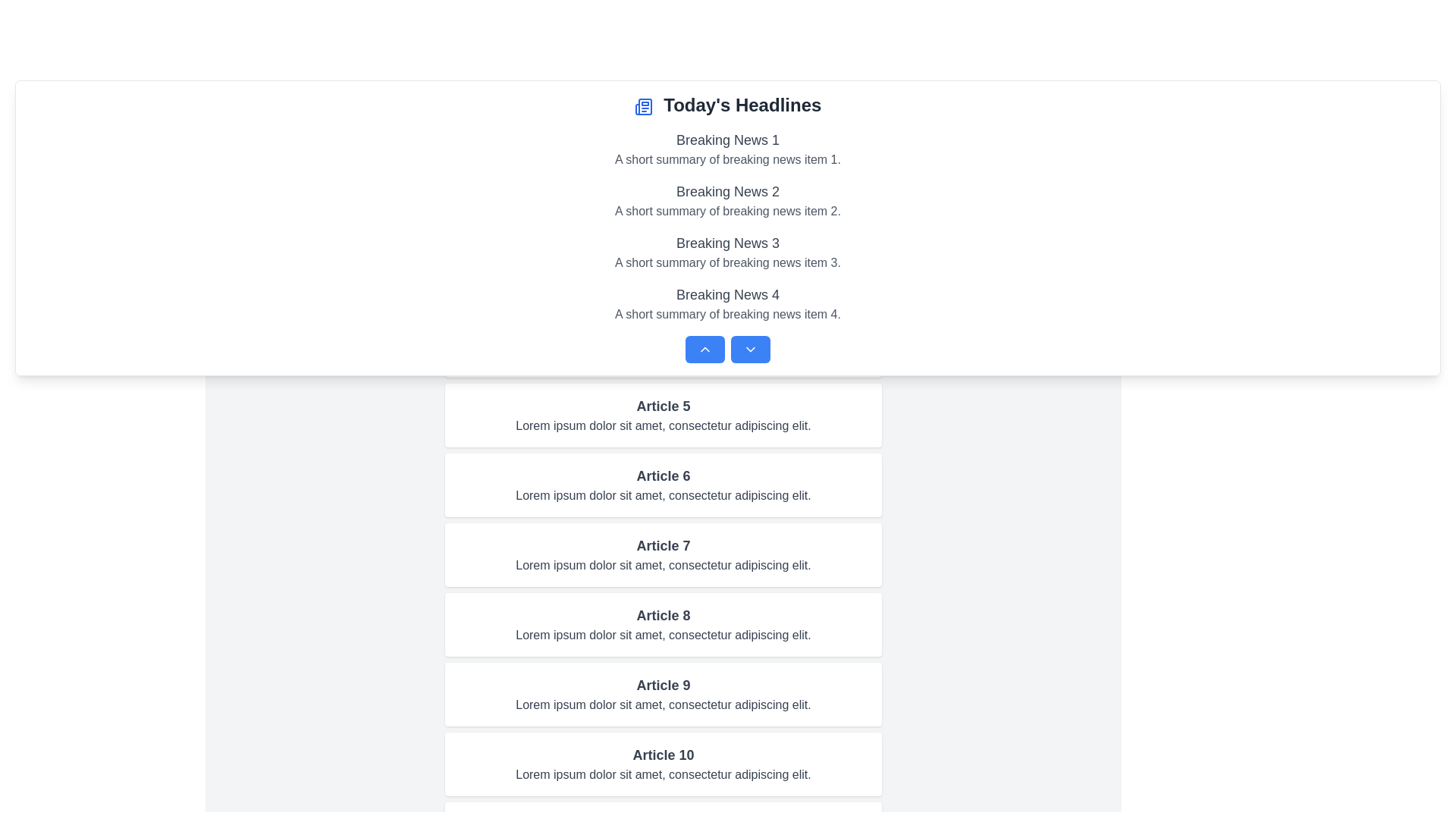 The width and height of the screenshot is (1456, 819). Describe the element at coordinates (728, 140) in the screenshot. I see `the headline Text Label for breaking news located at the top of the 'Today's Headlines' list` at that location.